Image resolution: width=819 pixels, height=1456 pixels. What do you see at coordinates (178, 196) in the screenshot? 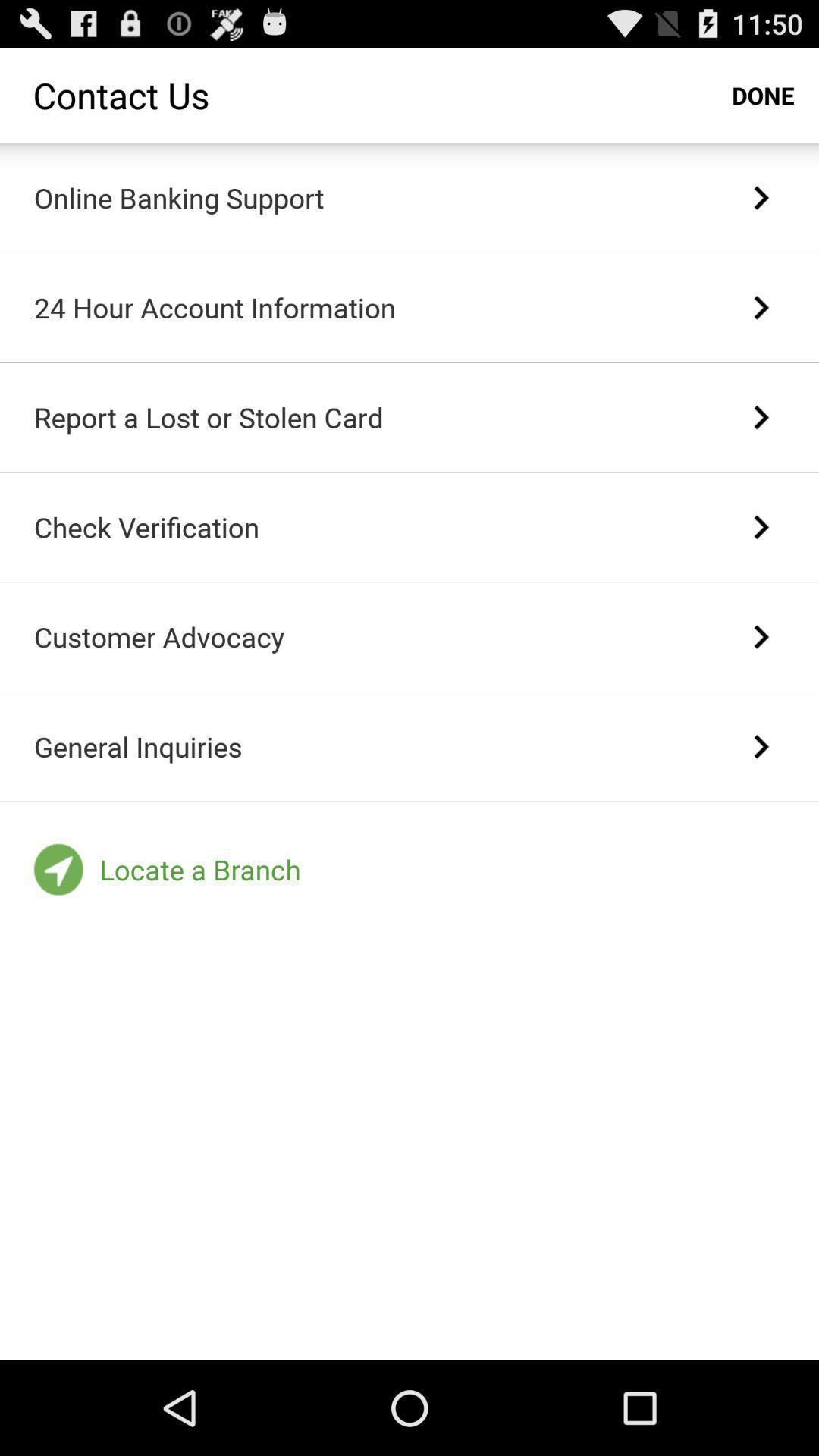
I see `icon below the contact us icon` at bounding box center [178, 196].